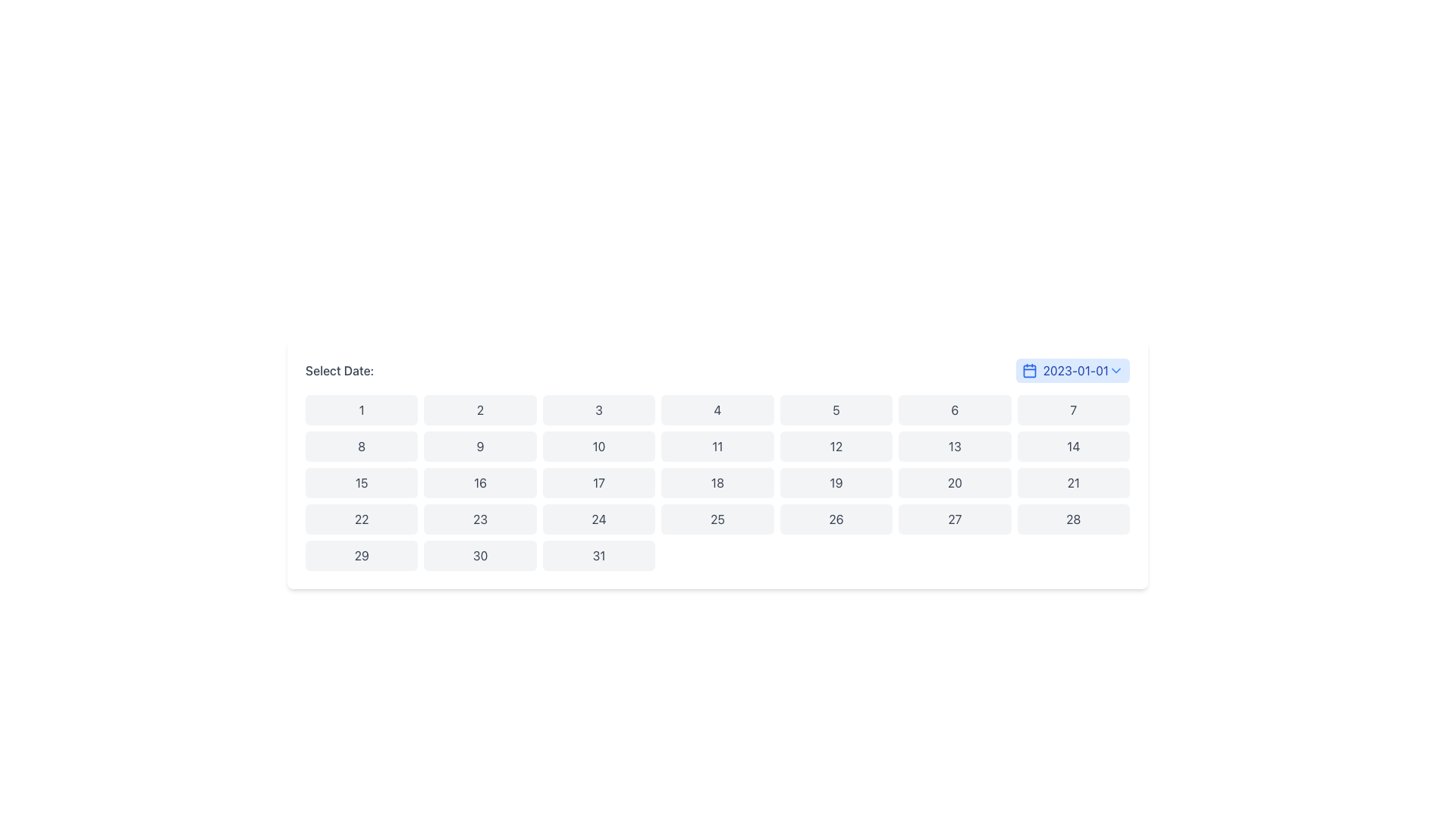  I want to click on the rectangular button containing the number '12' with a light gray background in the calendar grid layout, so click(835, 446).